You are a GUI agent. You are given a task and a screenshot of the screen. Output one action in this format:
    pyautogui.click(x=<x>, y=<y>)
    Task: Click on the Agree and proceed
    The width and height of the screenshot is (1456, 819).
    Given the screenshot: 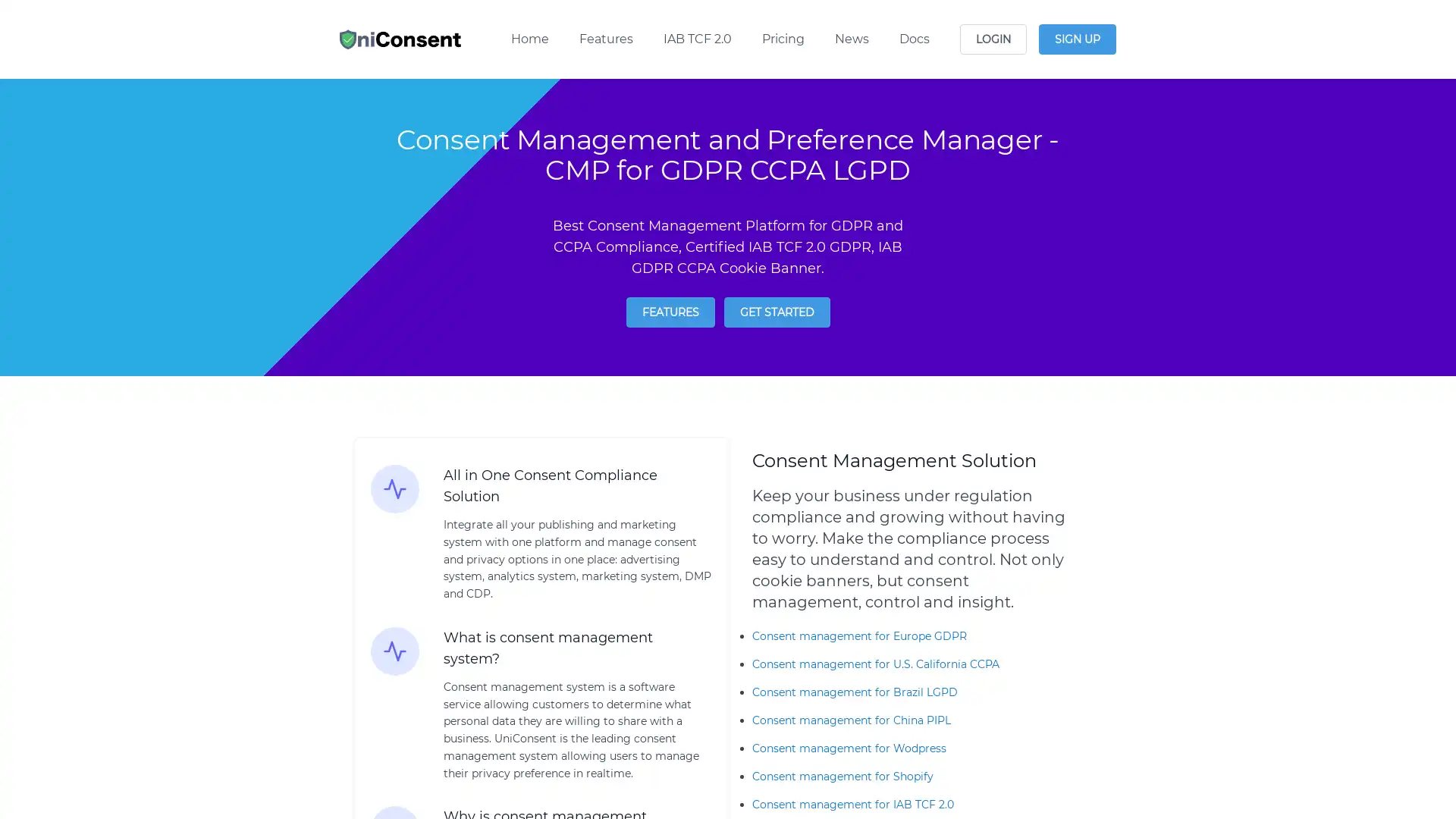 What is the action you would take?
    pyautogui.click(x=345, y=791)
    